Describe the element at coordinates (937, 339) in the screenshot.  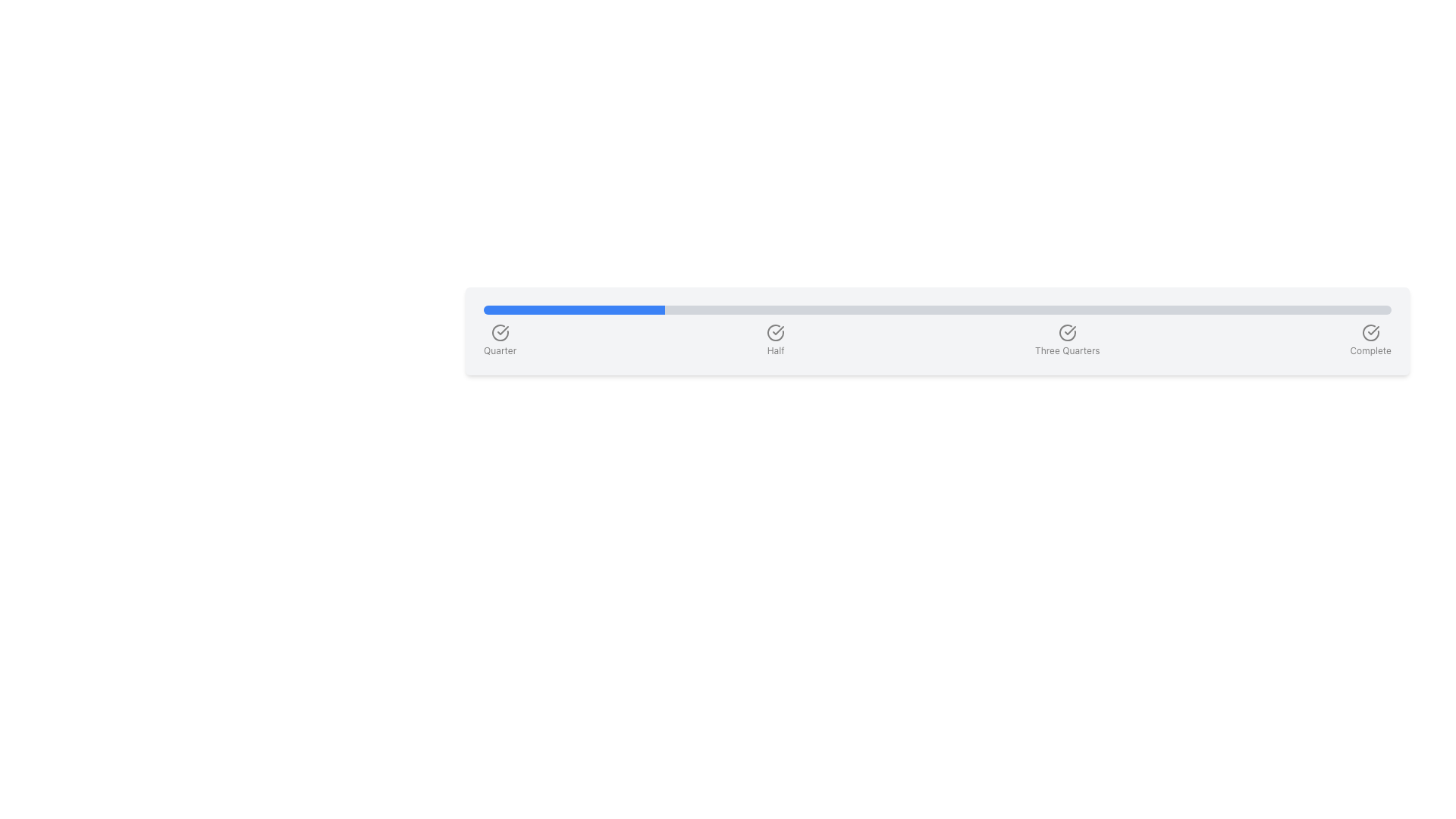
I see `the 'Quarter', 'Half', 'Three Quarters', and 'Complete' labels in the Grouped Labels with Icons` at that location.